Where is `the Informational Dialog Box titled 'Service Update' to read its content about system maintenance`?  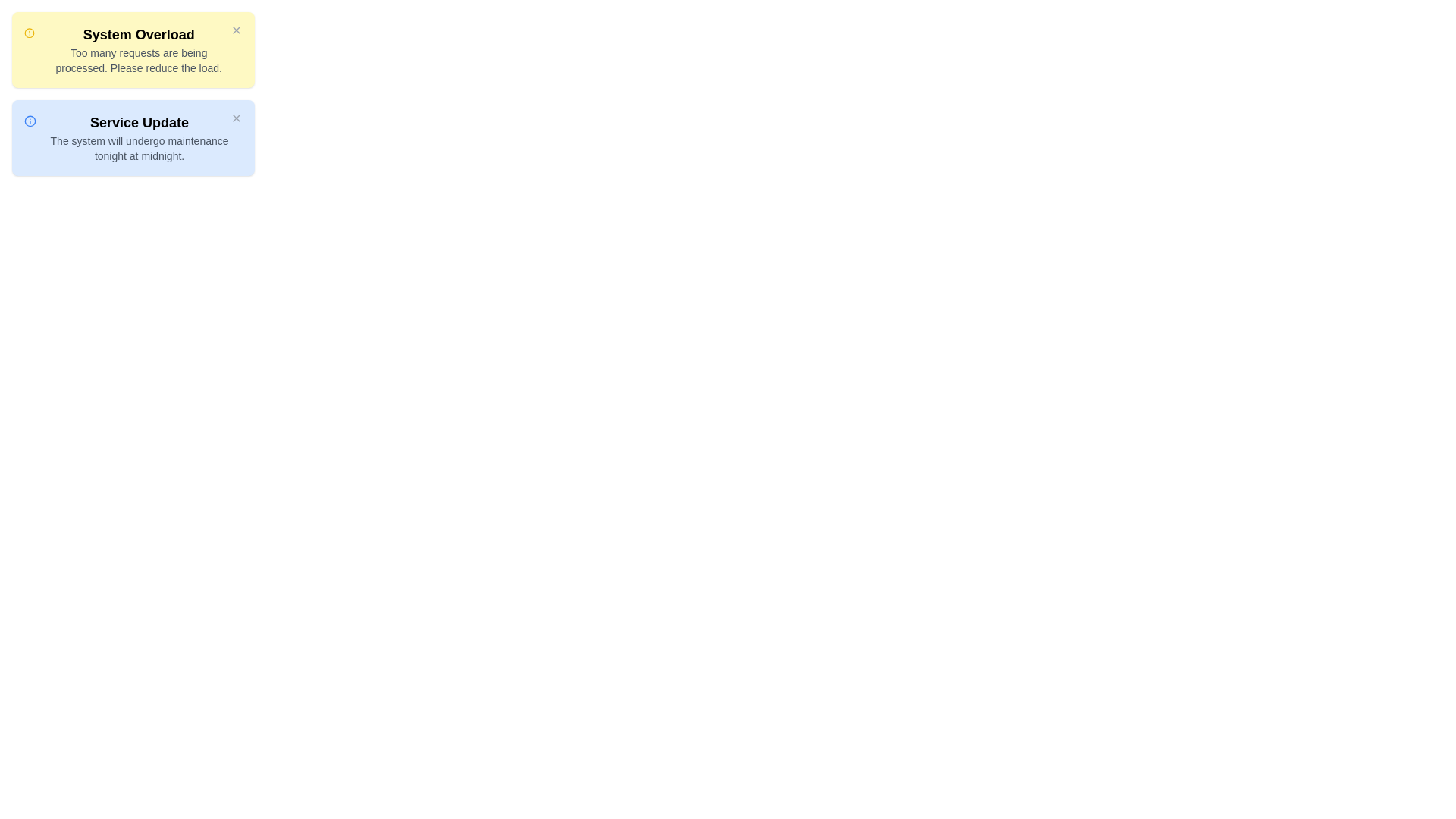 the Informational Dialog Box titled 'Service Update' to read its content about system maintenance is located at coordinates (133, 137).